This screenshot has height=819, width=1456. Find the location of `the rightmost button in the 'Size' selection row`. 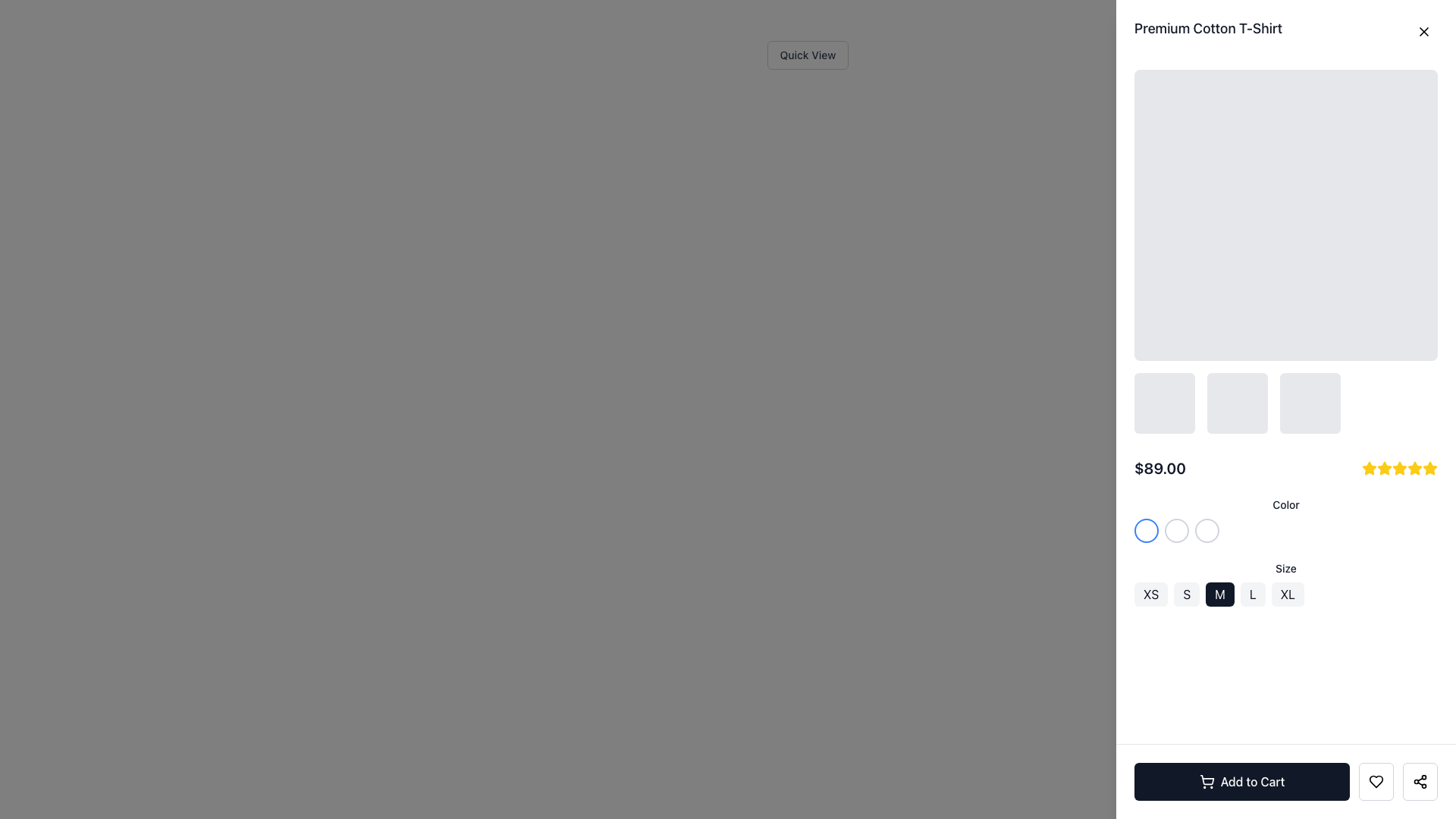

the rightmost button in the 'Size' selection row is located at coordinates (1287, 593).